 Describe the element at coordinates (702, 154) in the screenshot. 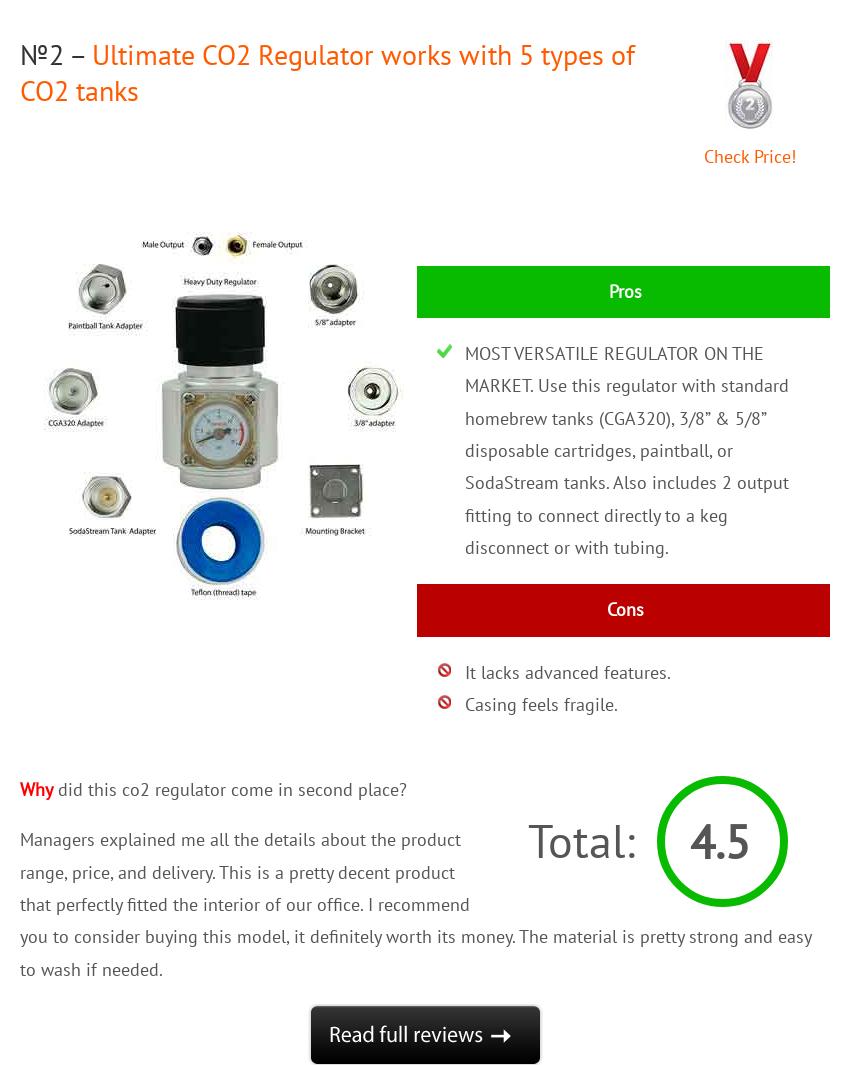

I see `'Check Price!'` at that location.